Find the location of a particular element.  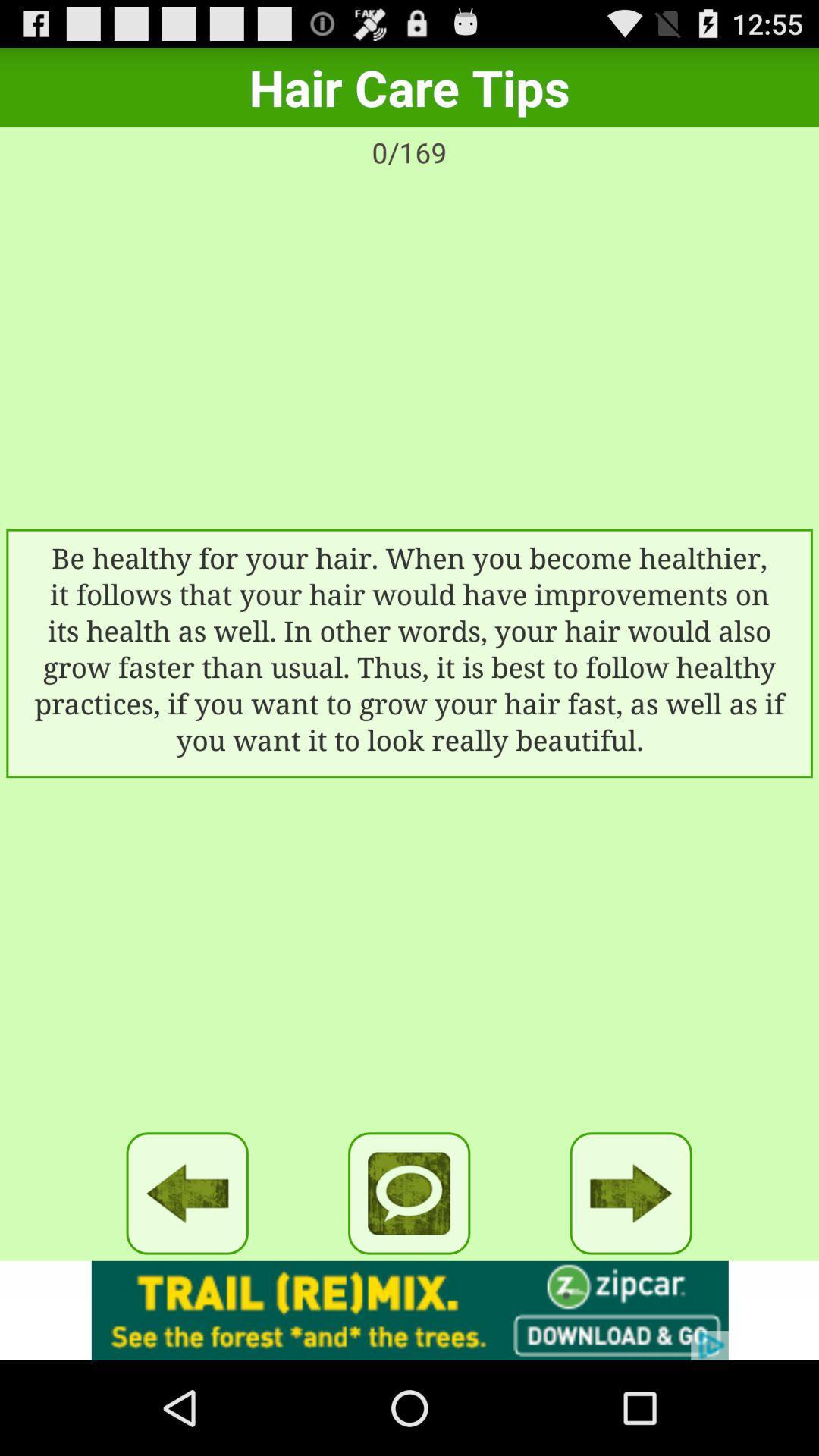

next button is located at coordinates (631, 1192).